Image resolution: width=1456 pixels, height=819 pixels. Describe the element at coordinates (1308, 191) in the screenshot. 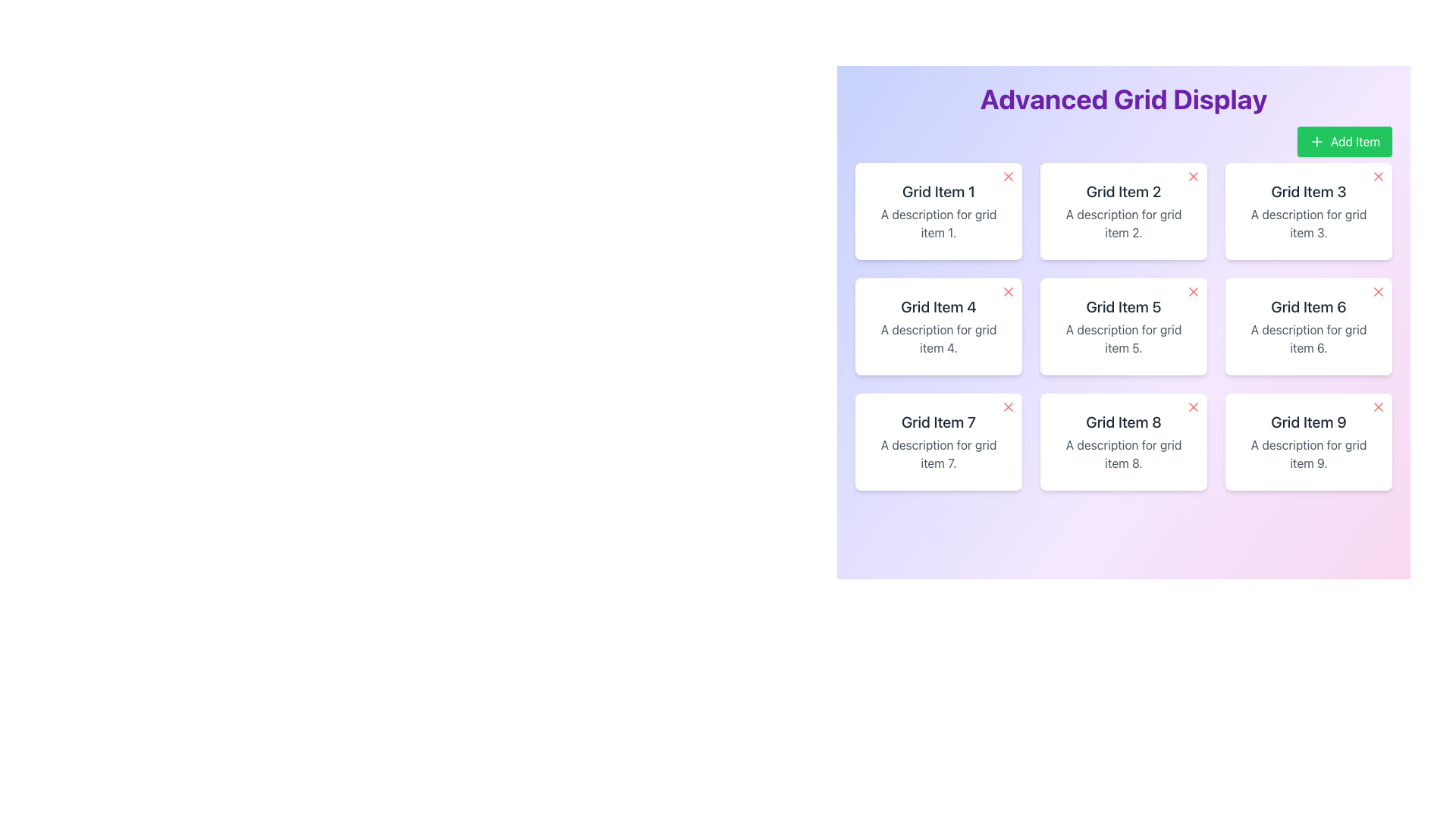

I see `the label 'Grid Item 3' located in the third grid item of the top row in the grid layout` at that location.